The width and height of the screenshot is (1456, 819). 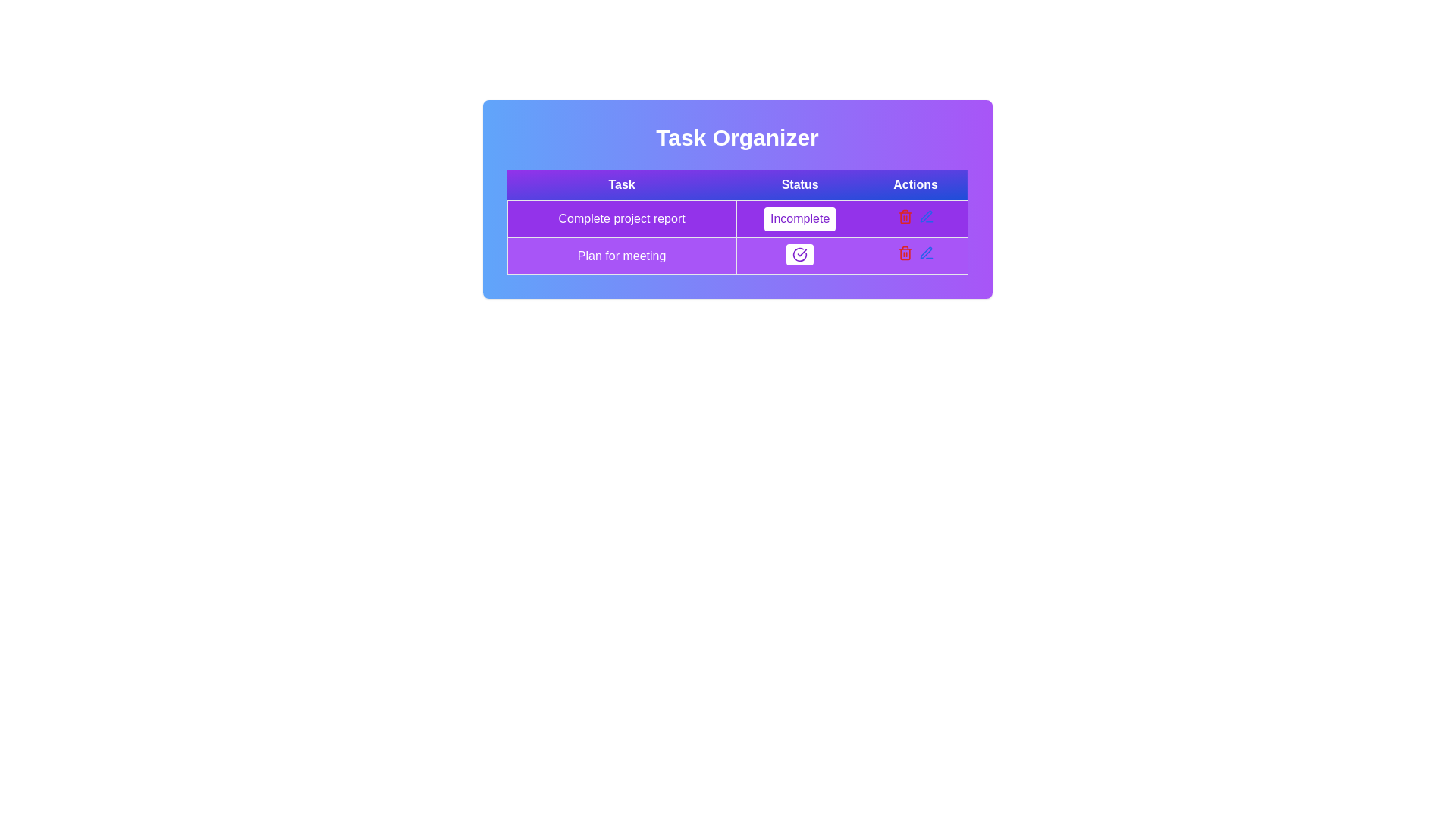 What do you see at coordinates (737, 237) in the screenshot?
I see `the Composite Table Cell containing the text 'Complete project report Incomplete Plan for meeting', which has a purple background and white text` at bounding box center [737, 237].